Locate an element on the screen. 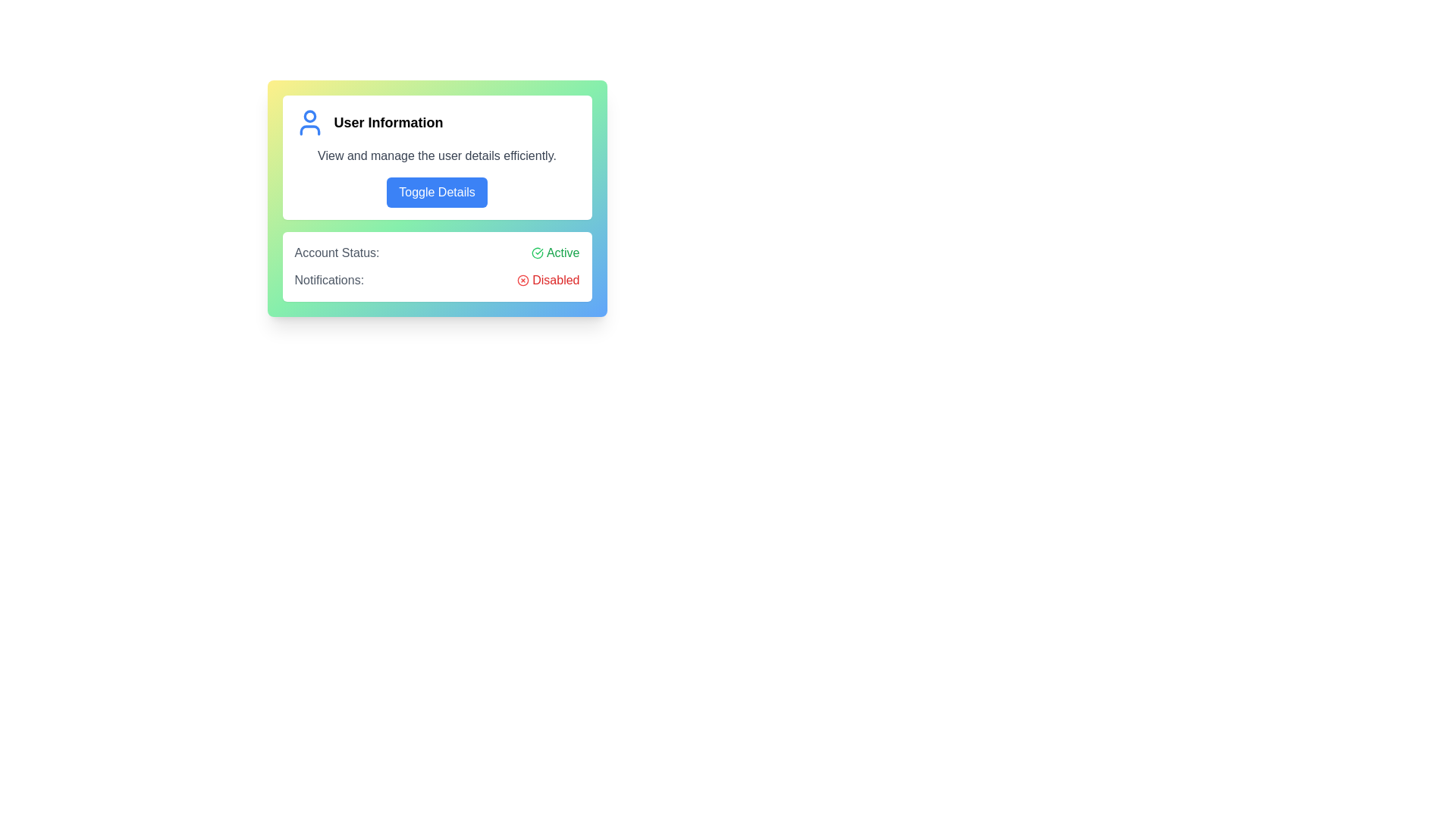 Image resolution: width=1456 pixels, height=819 pixels. the 'Active' status label with icon located next to 'Account Status:' in the Account Status section is located at coordinates (554, 253).